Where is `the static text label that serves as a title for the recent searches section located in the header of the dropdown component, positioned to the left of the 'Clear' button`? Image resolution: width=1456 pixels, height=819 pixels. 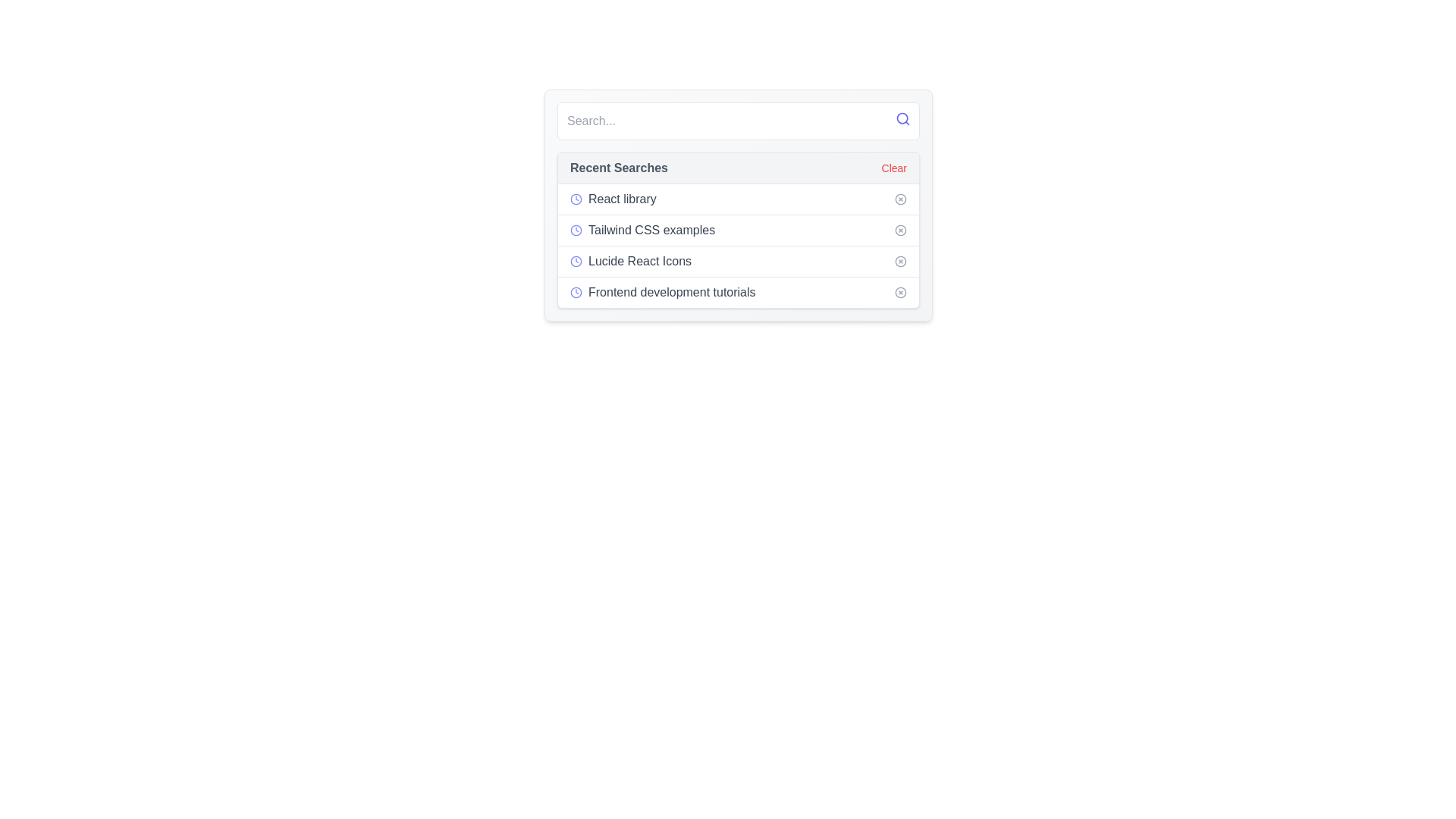
the static text label that serves as a title for the recent searches section located in the header of the dropdown component, positioned to the left of the 'Clear' button is located at coordinates (619, 168).